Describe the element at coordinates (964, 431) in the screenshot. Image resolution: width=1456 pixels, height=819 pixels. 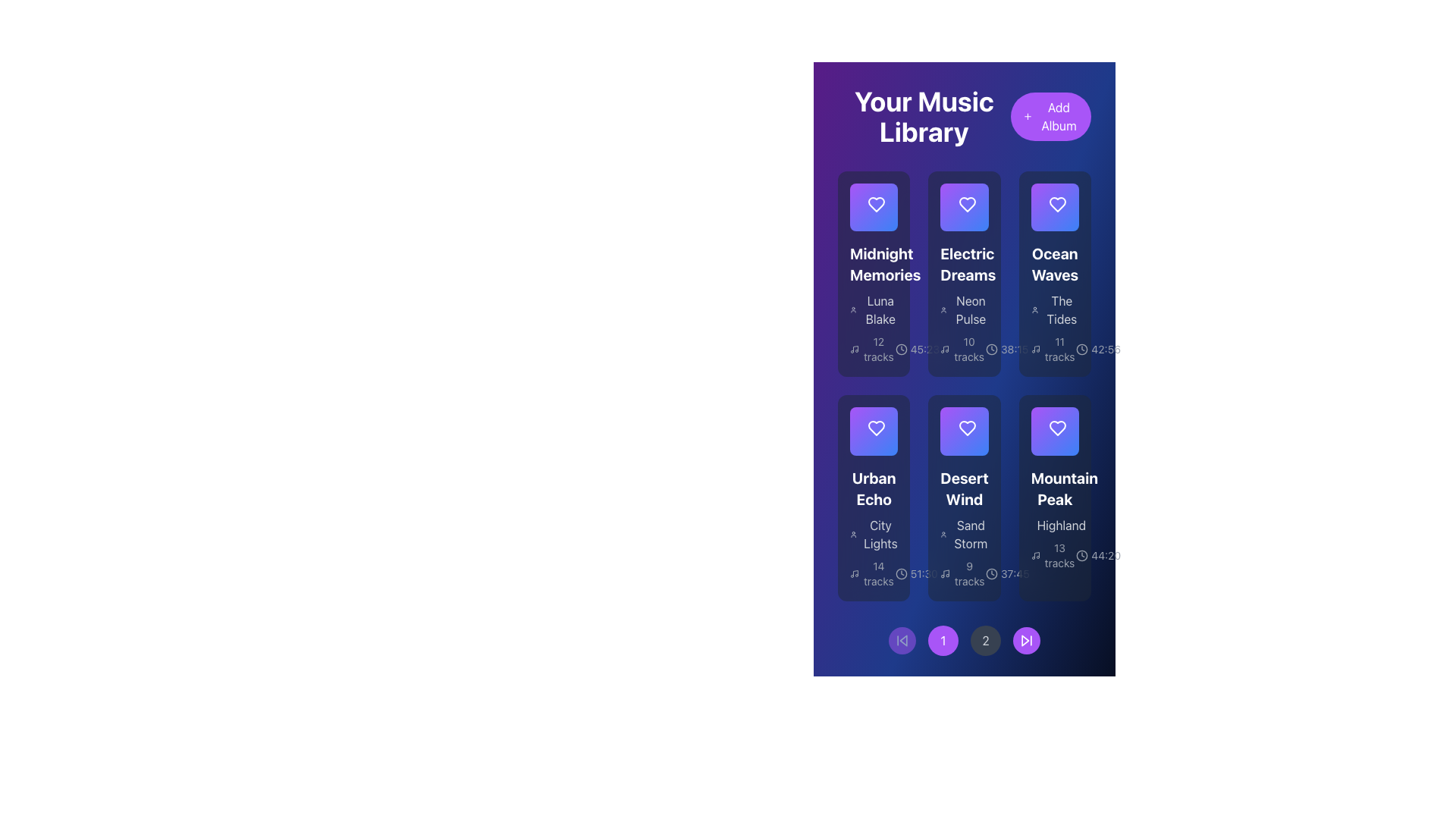
I see `the play button centered within the circular button on the fourth card of the second row labeled 'Desert Wind'` at that location.